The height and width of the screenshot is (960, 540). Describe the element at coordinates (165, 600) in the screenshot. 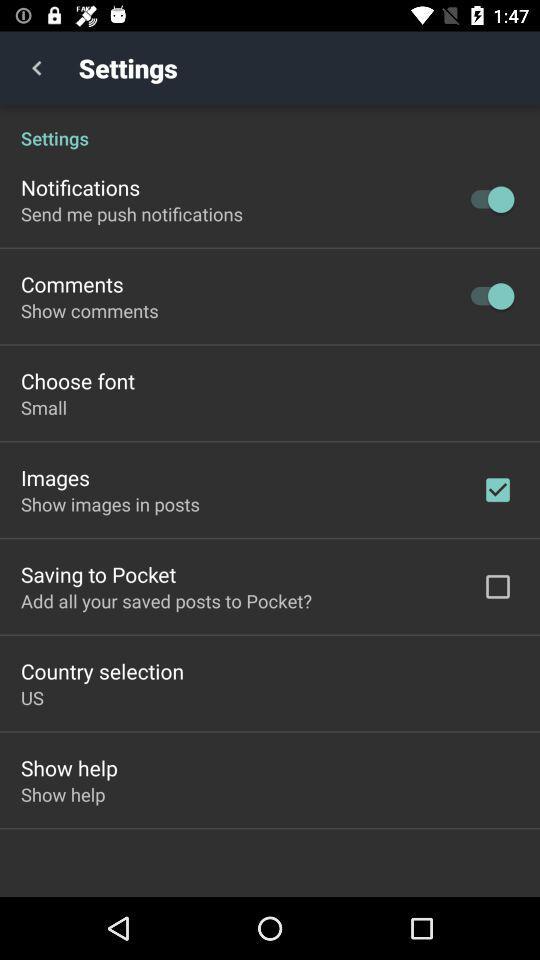

I see `the item above country selection` at that location.